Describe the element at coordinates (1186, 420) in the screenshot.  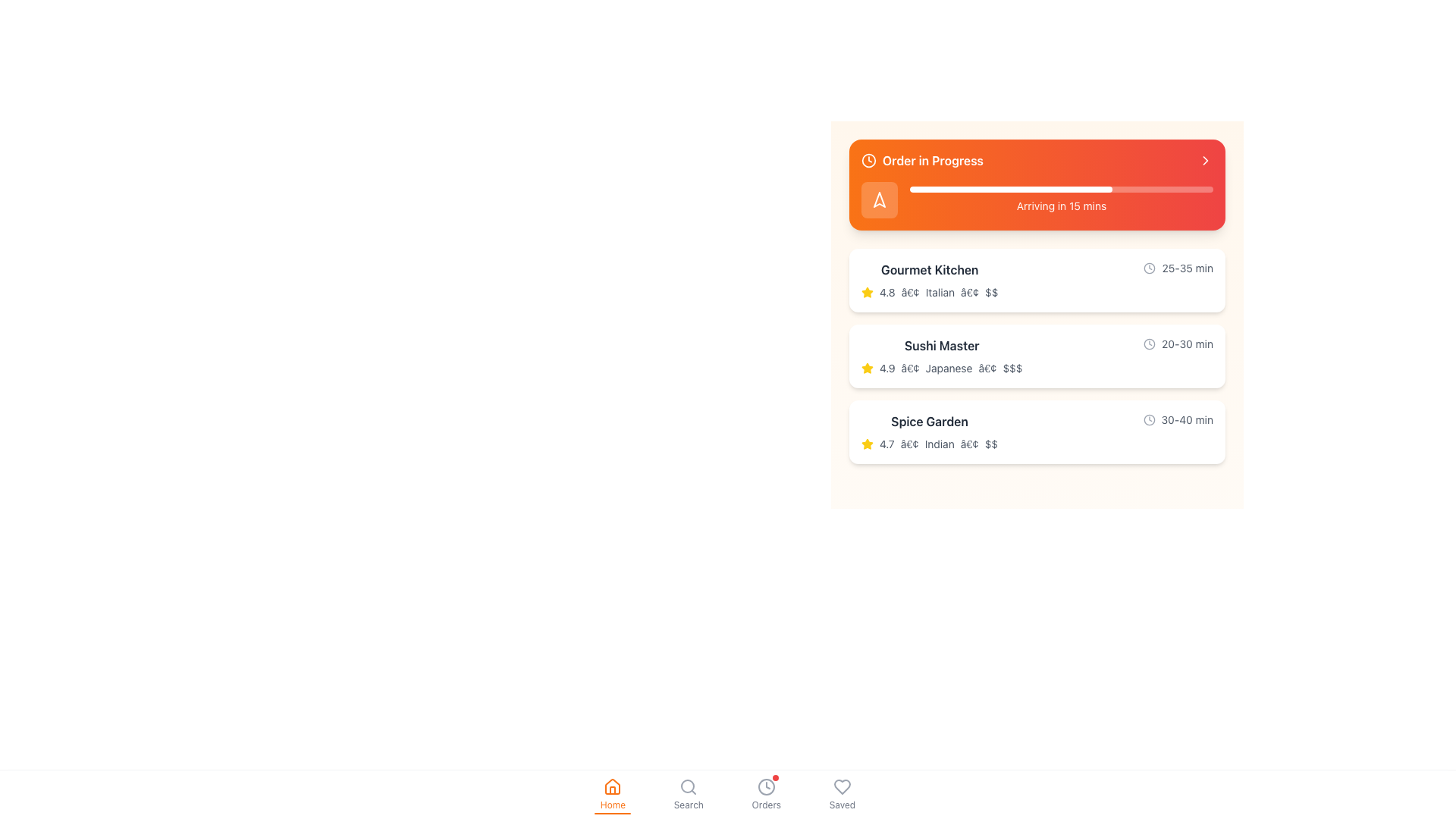
I see `the static text element that displays the estimated delivery time for 'Spice Garden', located as the rightmost element in the group with a clock icon` at that location.